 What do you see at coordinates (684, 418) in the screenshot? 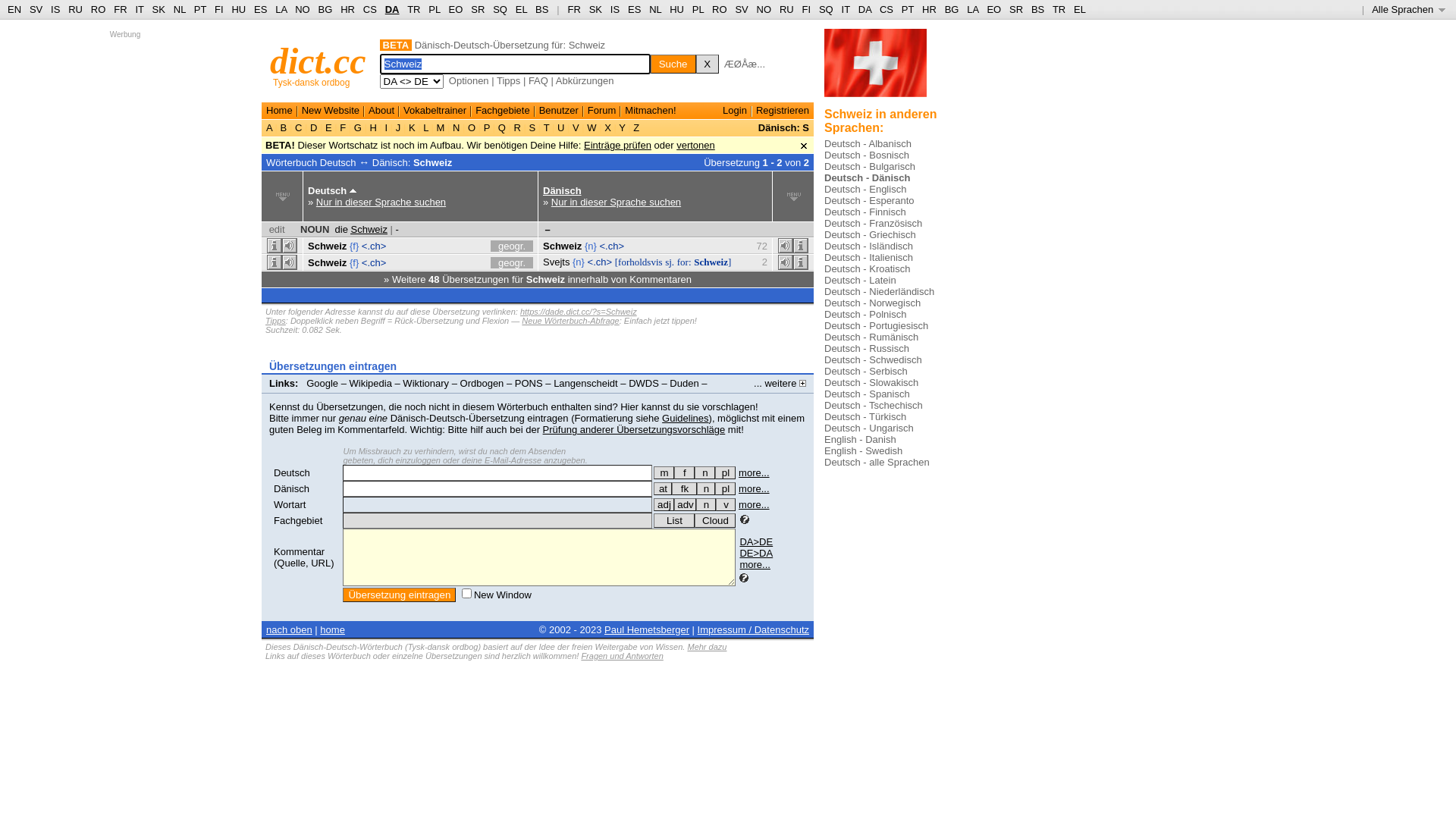
I see `'Guidelines'` at bounding box center [684, 418].